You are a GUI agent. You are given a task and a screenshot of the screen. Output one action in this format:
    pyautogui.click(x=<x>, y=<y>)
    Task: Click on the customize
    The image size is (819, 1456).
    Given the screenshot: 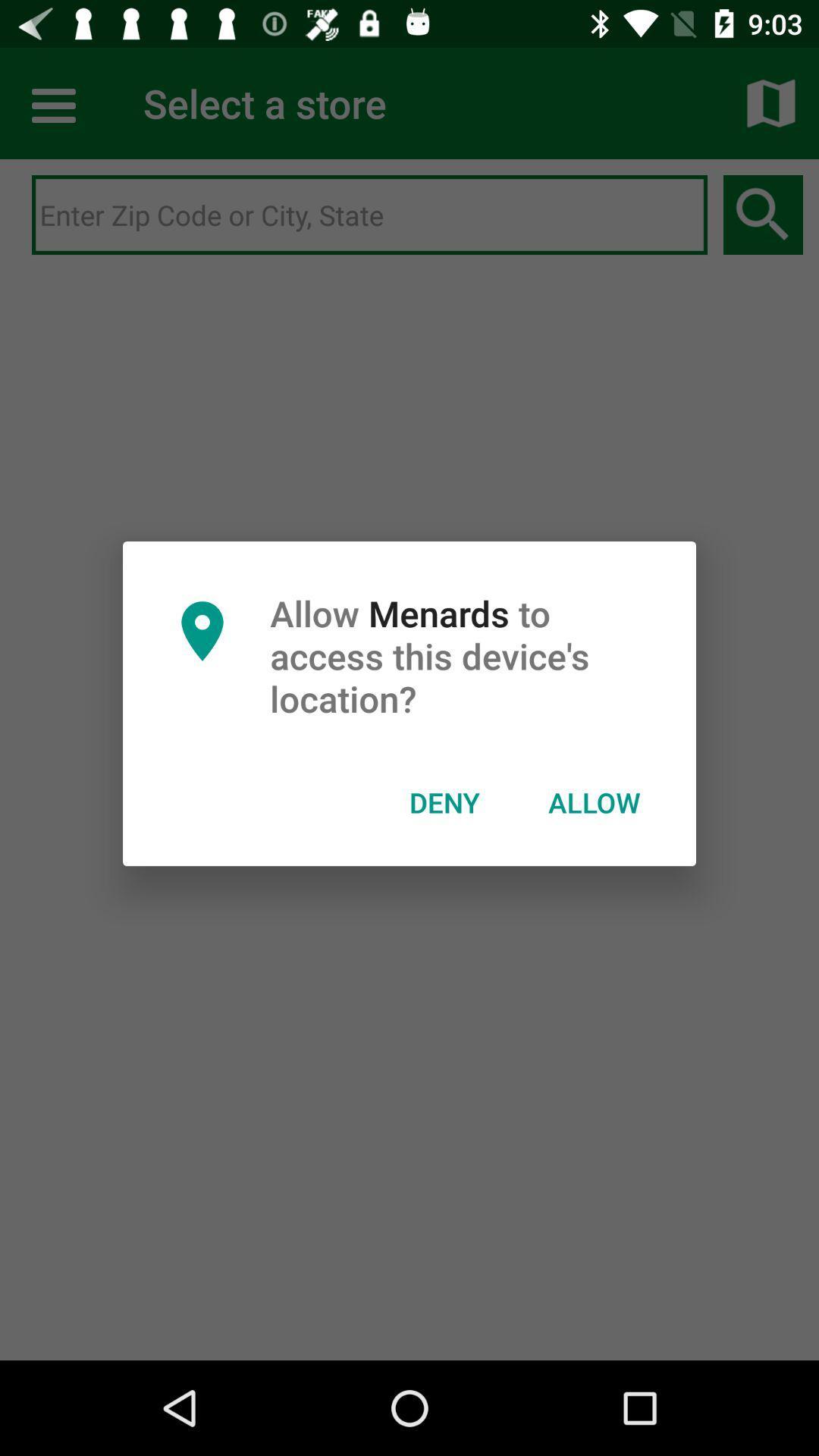 What is the action you would take?
    pyautogui.click(x=55, y=102)
    